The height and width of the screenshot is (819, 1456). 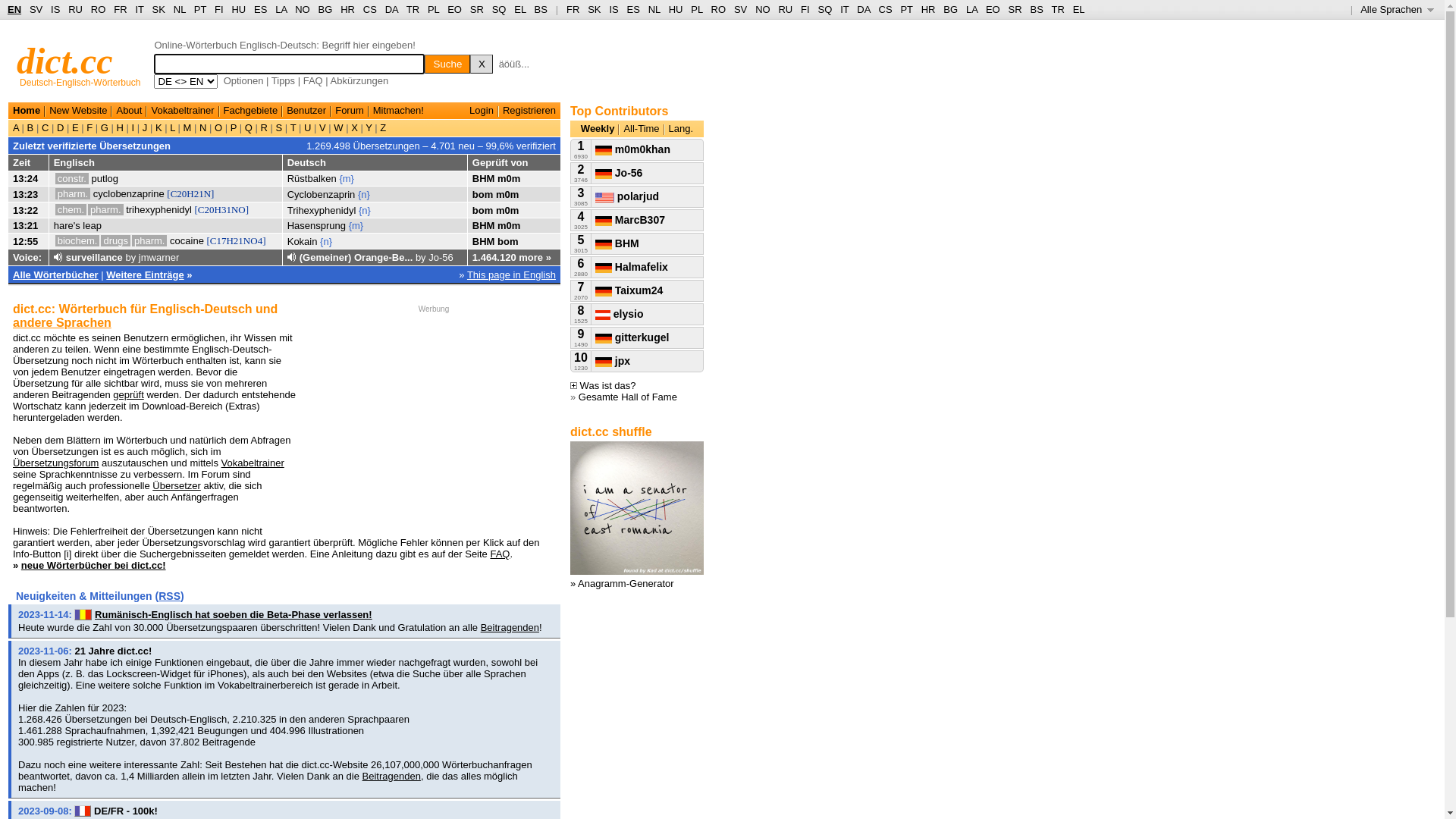 I want to click on 'Fachgebiete', so click(x=251, y=109).